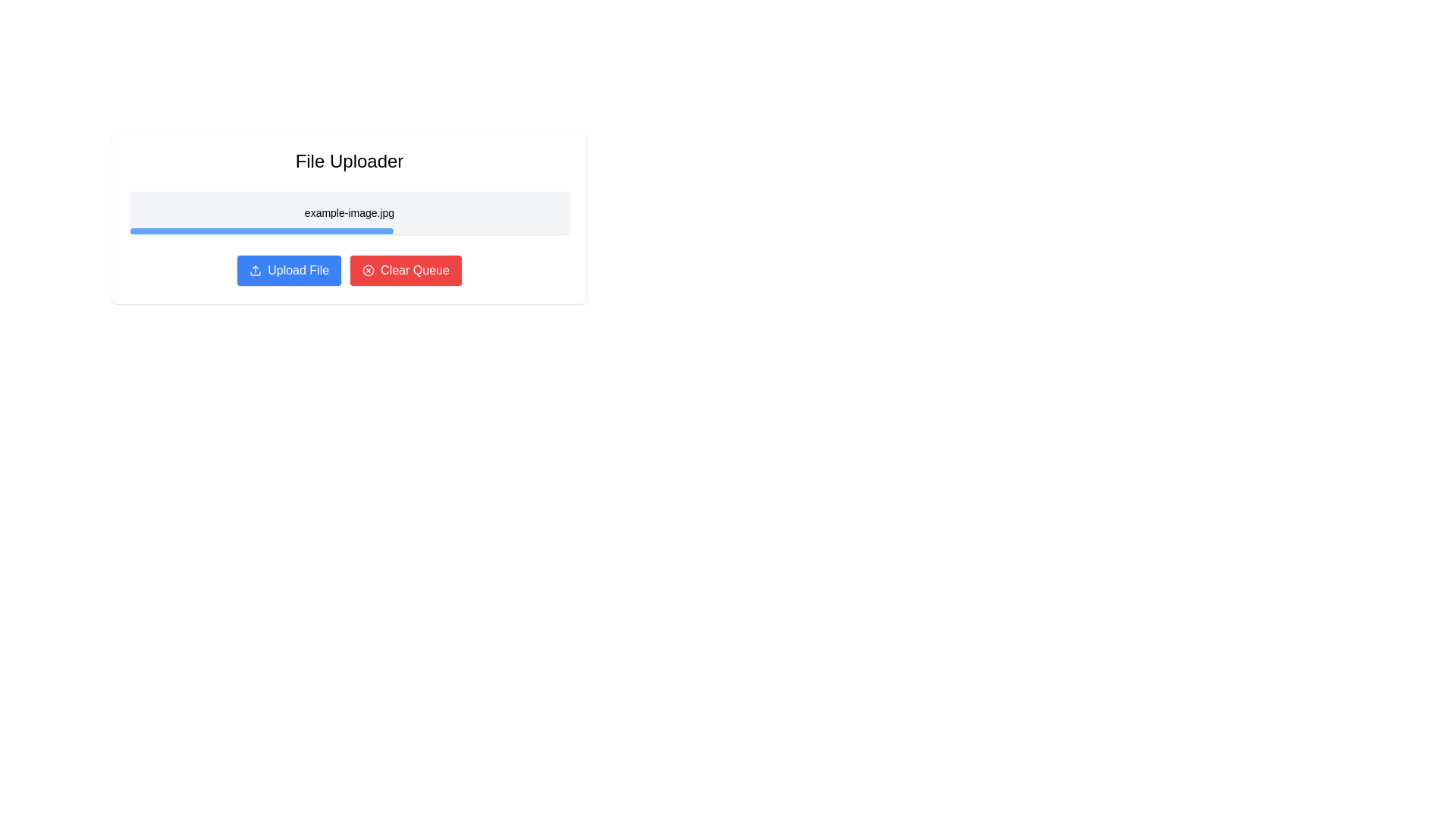 The height and width of the screenshot is (819, 1456). I want to click on the file upload button located at the bottom of the interface, adjacent to the red 'Clear Queue' button, to receive potential interaction feedback, so click(298, 270).